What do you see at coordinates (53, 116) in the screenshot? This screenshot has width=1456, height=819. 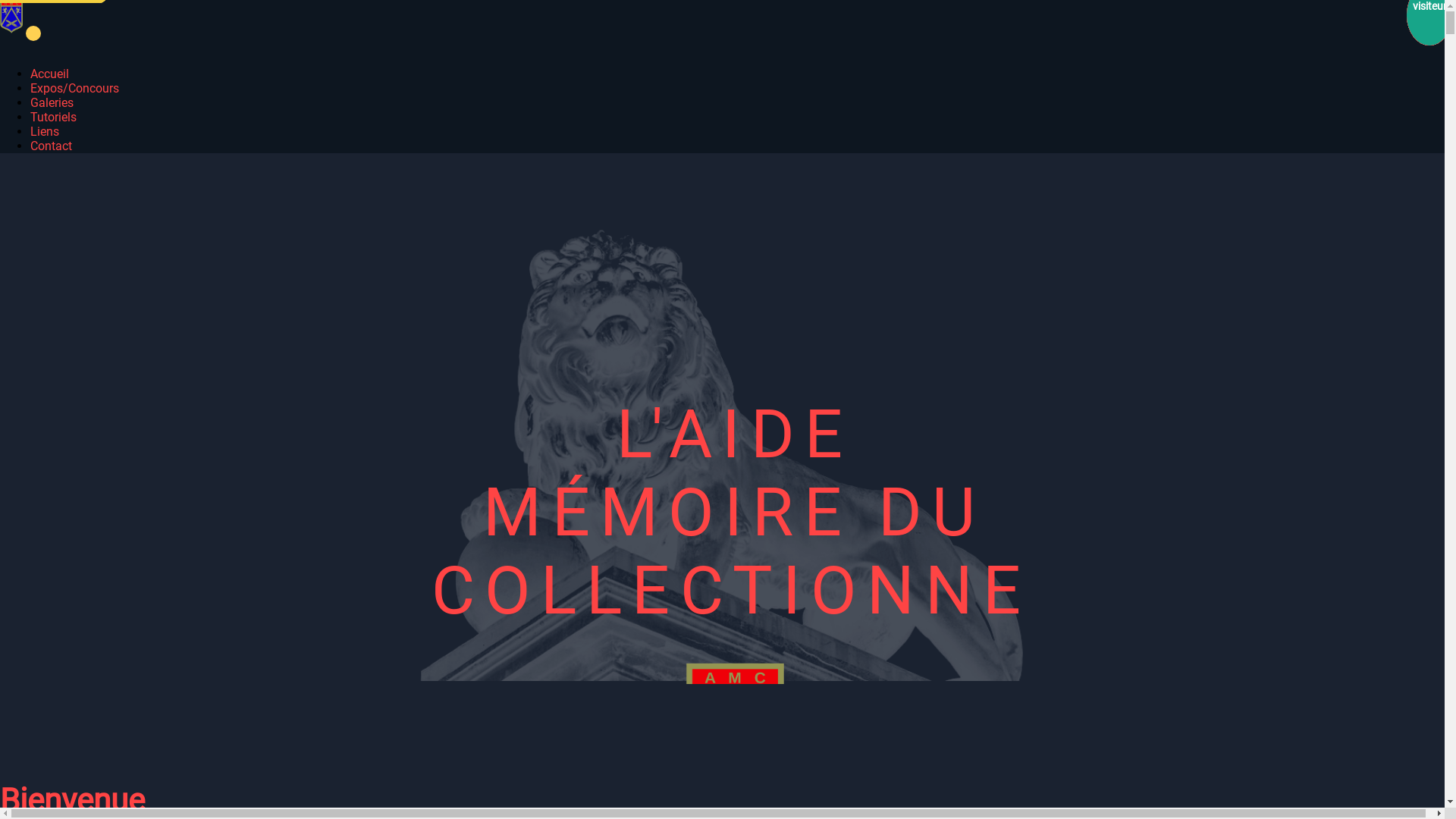 I see `'Tutoriels'` at bounding box center [53, 116].